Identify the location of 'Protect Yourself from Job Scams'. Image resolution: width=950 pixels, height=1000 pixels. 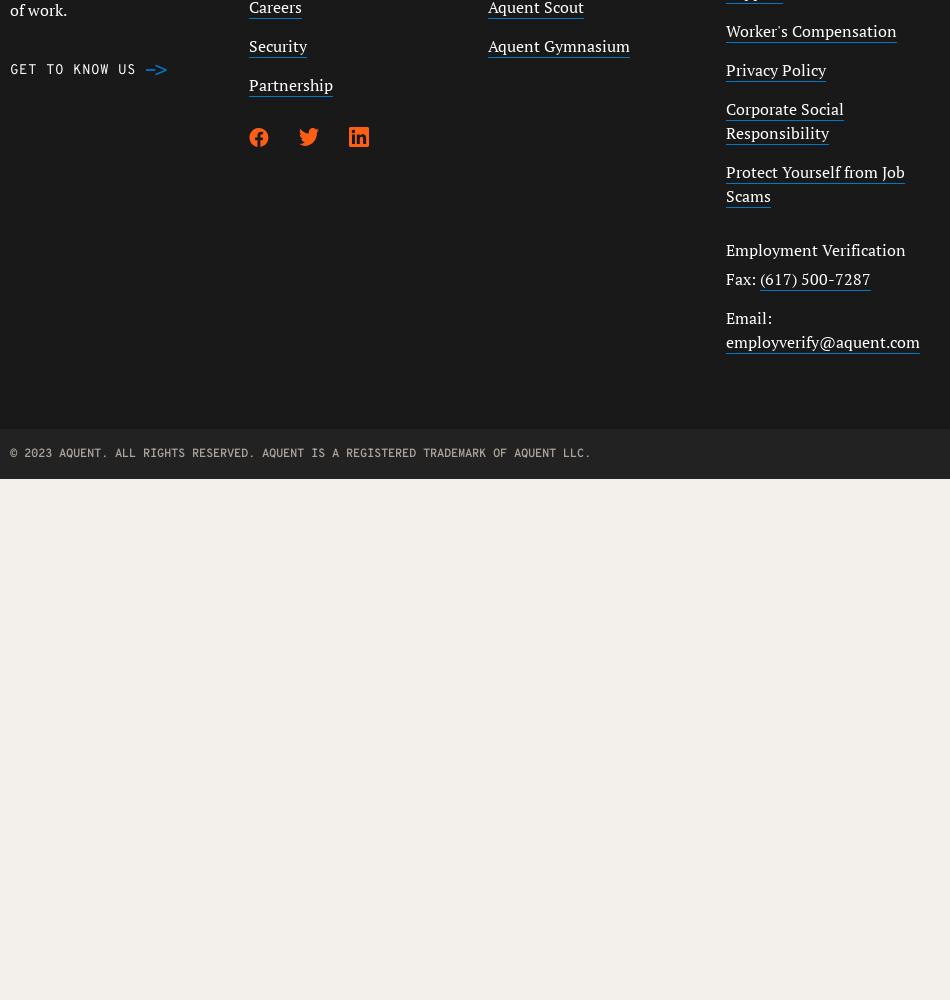
(814, 184).